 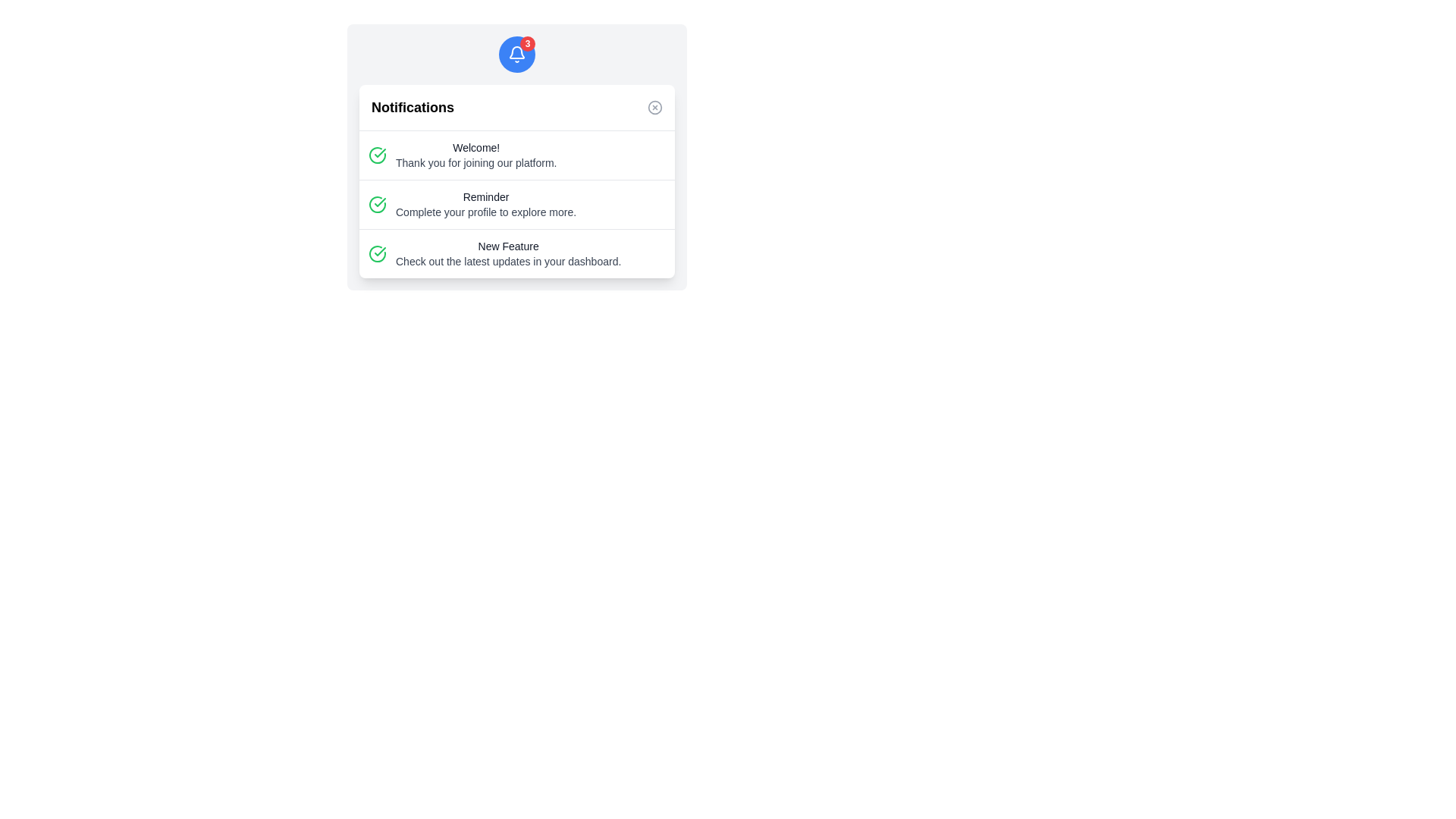 I want to click on information from the notification item titled 'New Feature' which contains a description about the latest updates in the dashboard, so click(x=516, y=253).